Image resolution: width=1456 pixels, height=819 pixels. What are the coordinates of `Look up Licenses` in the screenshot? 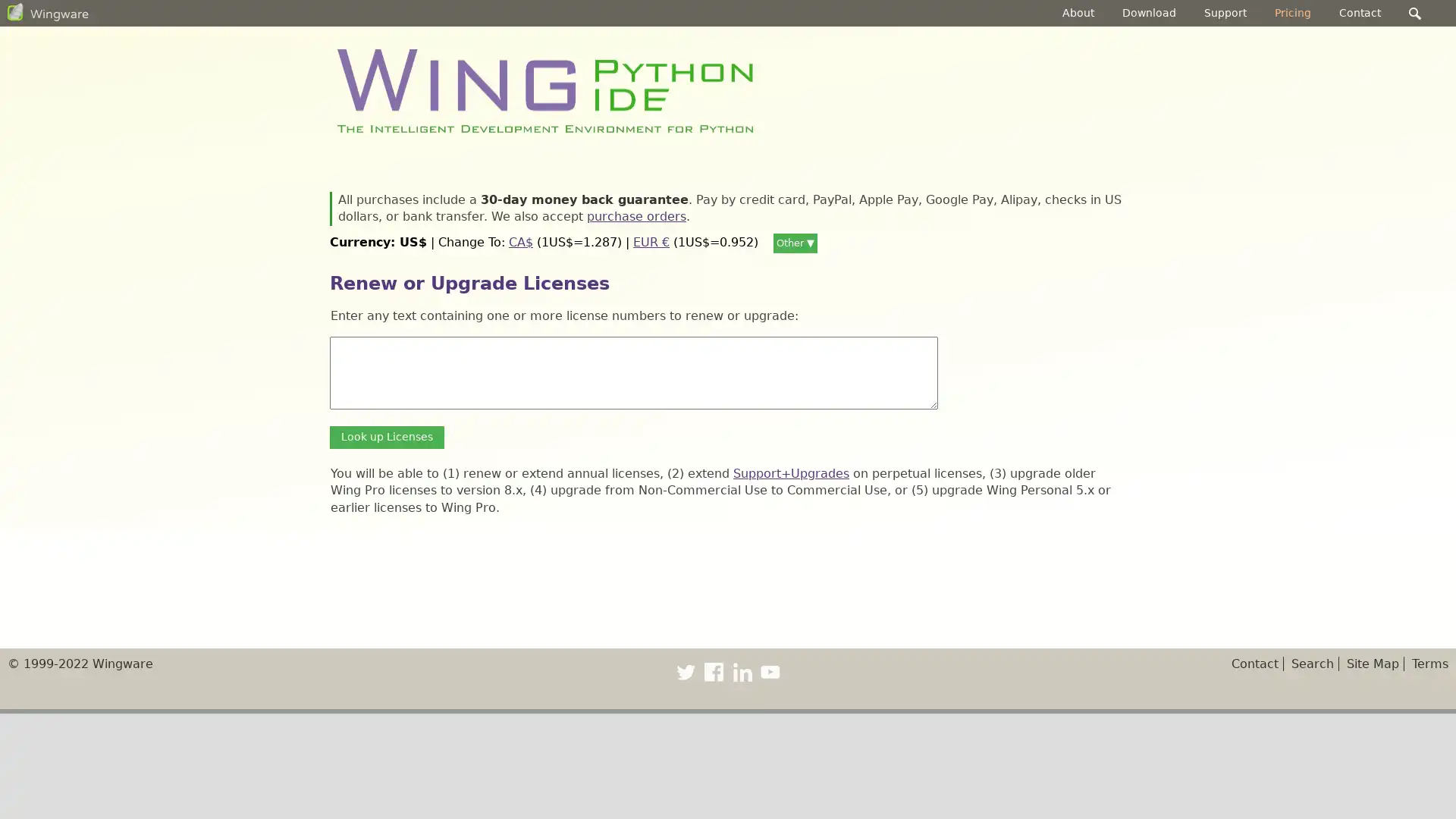 It's located at (387, 437).